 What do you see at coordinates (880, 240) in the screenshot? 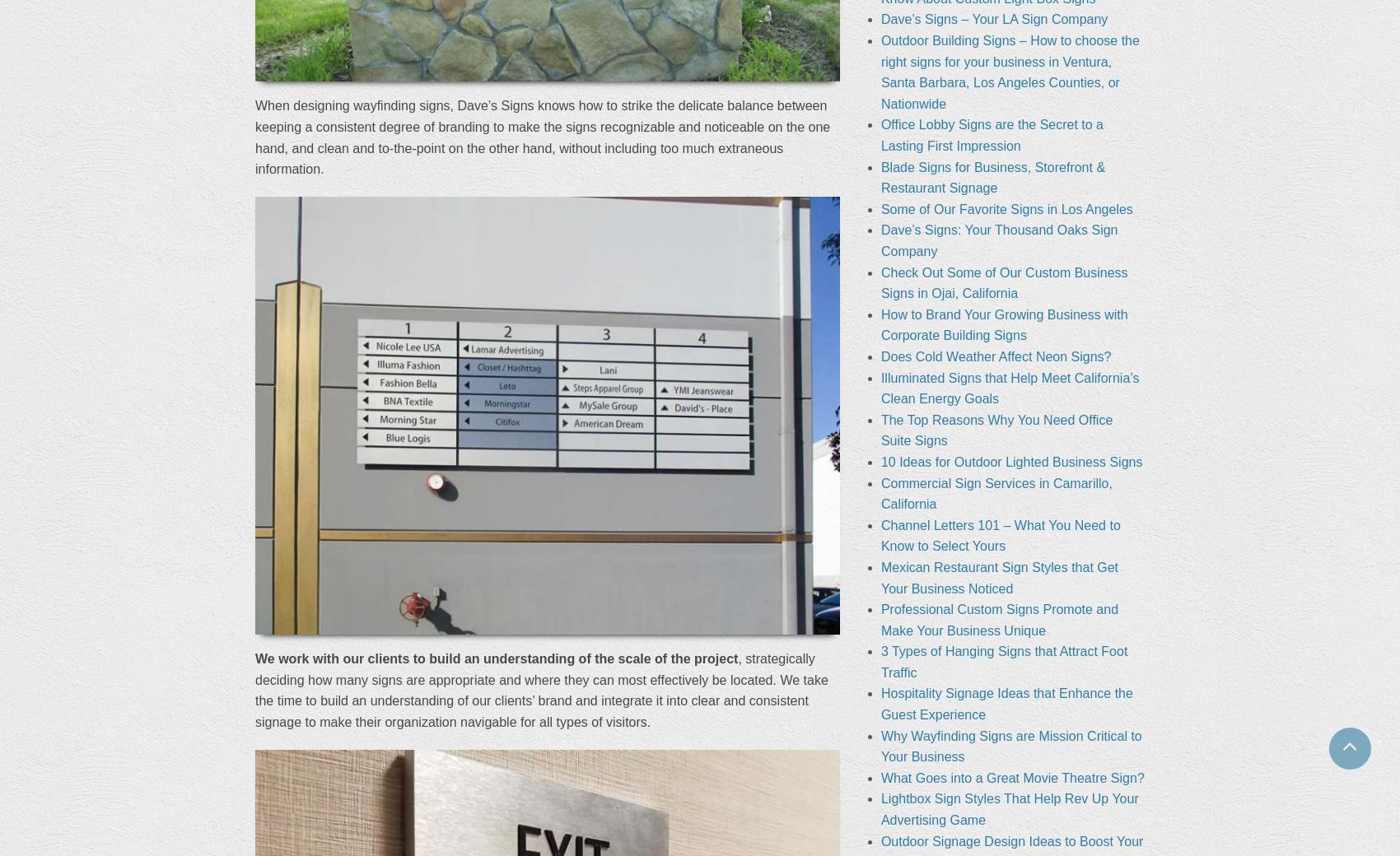
I see `'Dave’s Signs: Your Thousand Oaks Sign Company'` at bounding box center [880, 240].